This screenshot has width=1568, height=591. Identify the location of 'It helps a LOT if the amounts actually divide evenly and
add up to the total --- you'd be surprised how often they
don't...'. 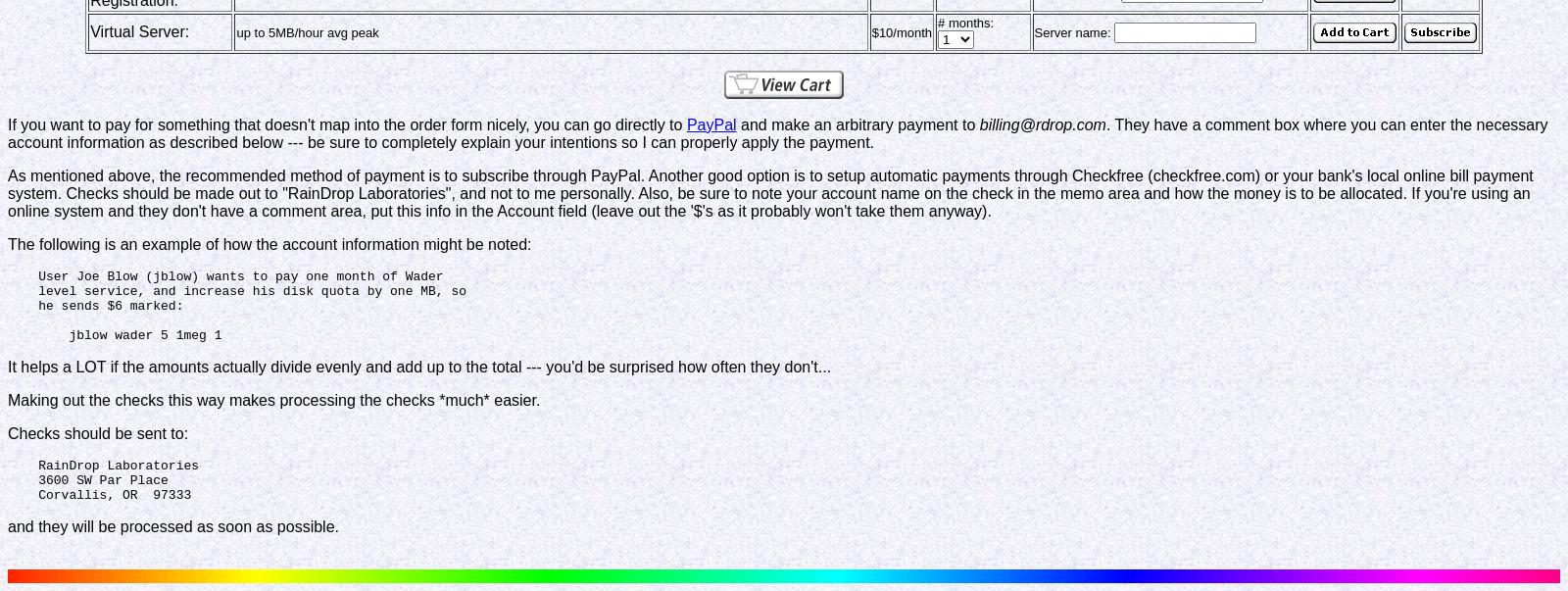
(7, 367).